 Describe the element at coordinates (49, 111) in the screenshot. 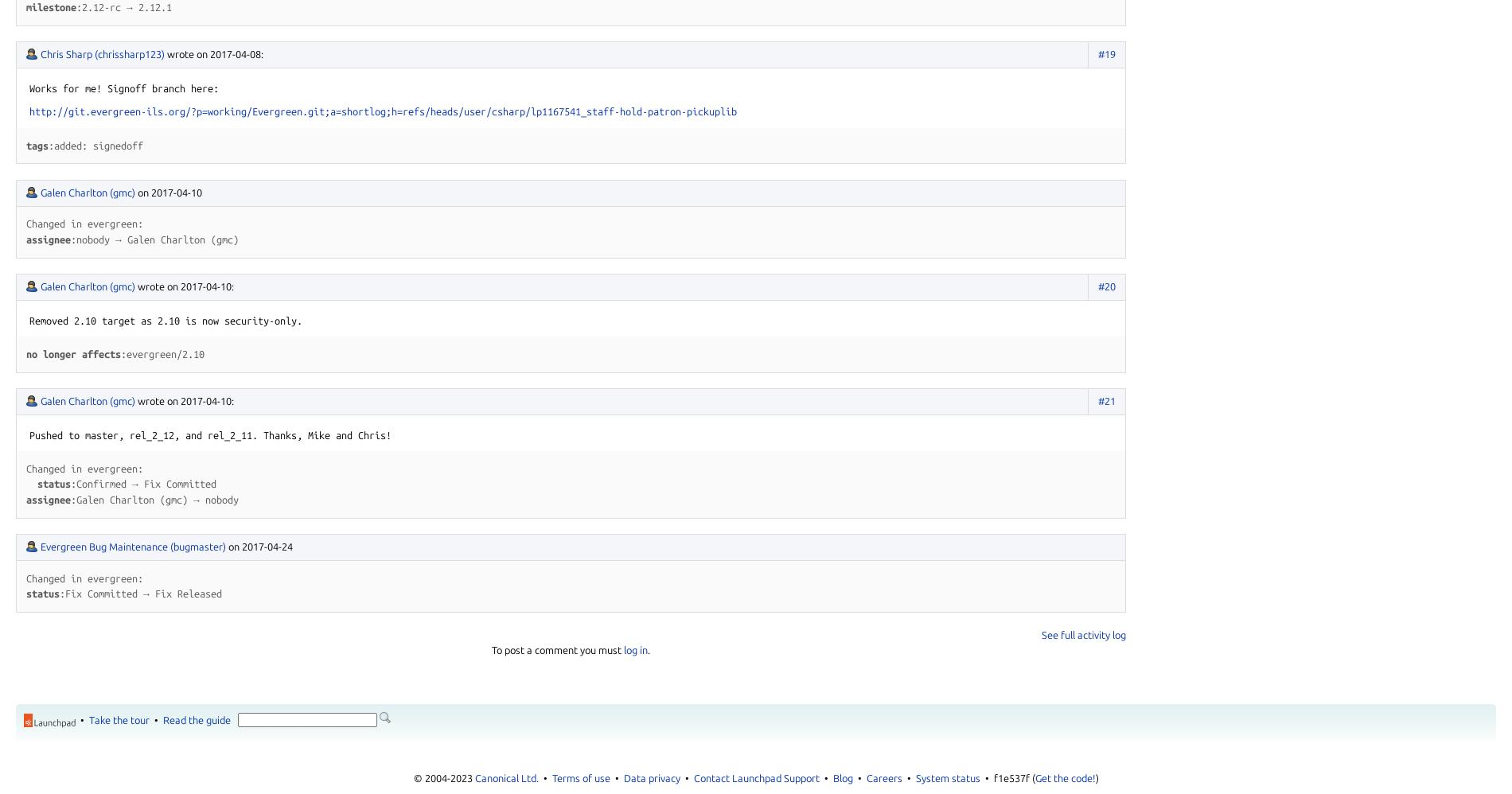

I see `'http://'` at that location.